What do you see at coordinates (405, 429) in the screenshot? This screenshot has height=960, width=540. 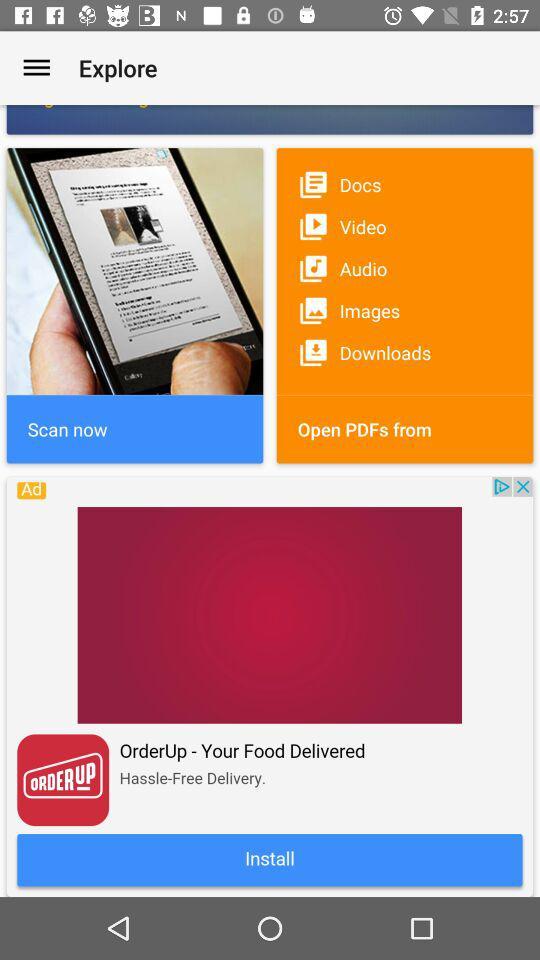 I see `open pdfs form` at bounding box center [405, 429].